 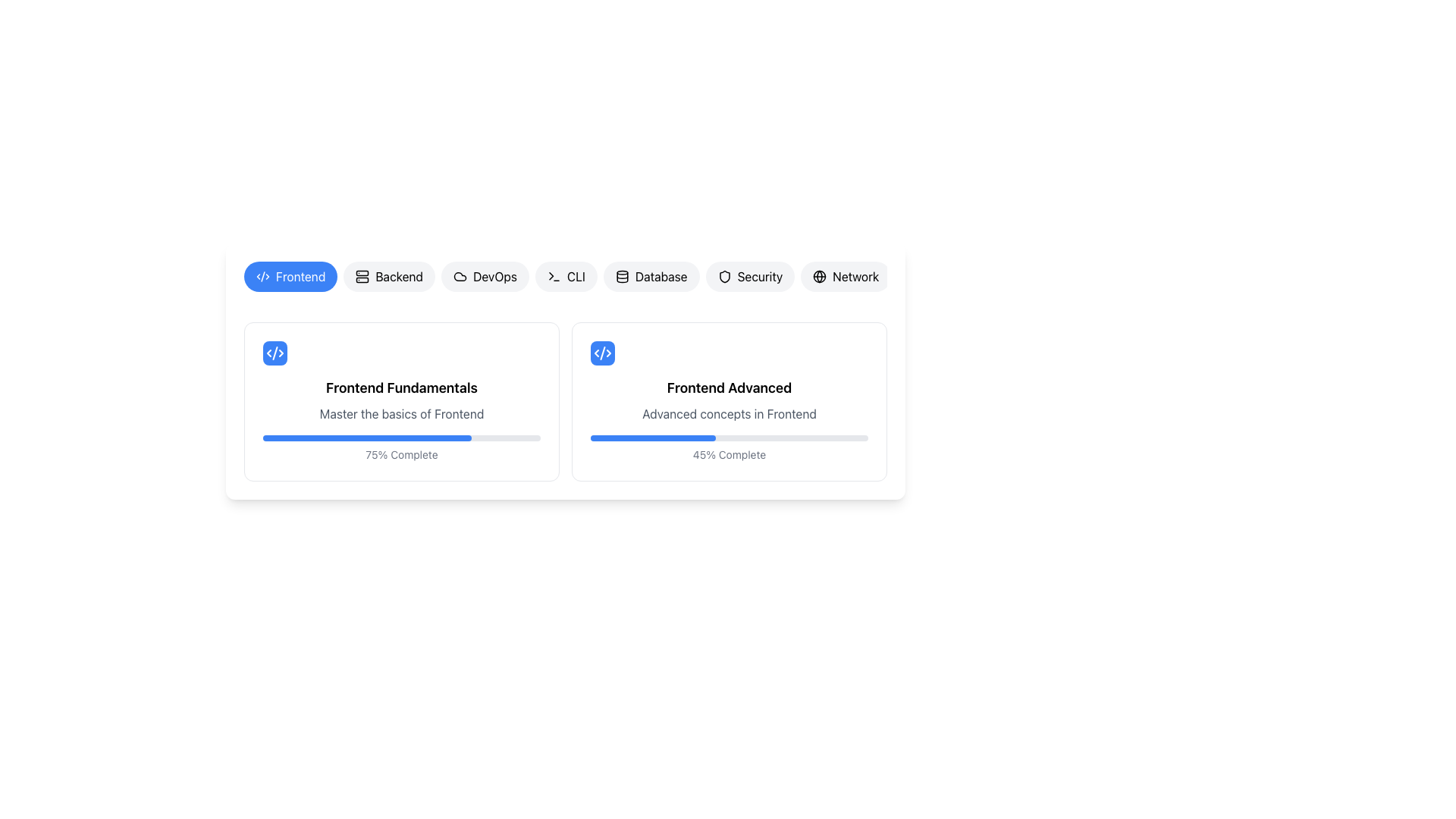 What do you see at coordinates (723, 277) in the screenshot?
I see `the 'Security' button by interacting with the shield icon located at the leftmost side of the button in the navigation menu` at bounding box center [723, 277].